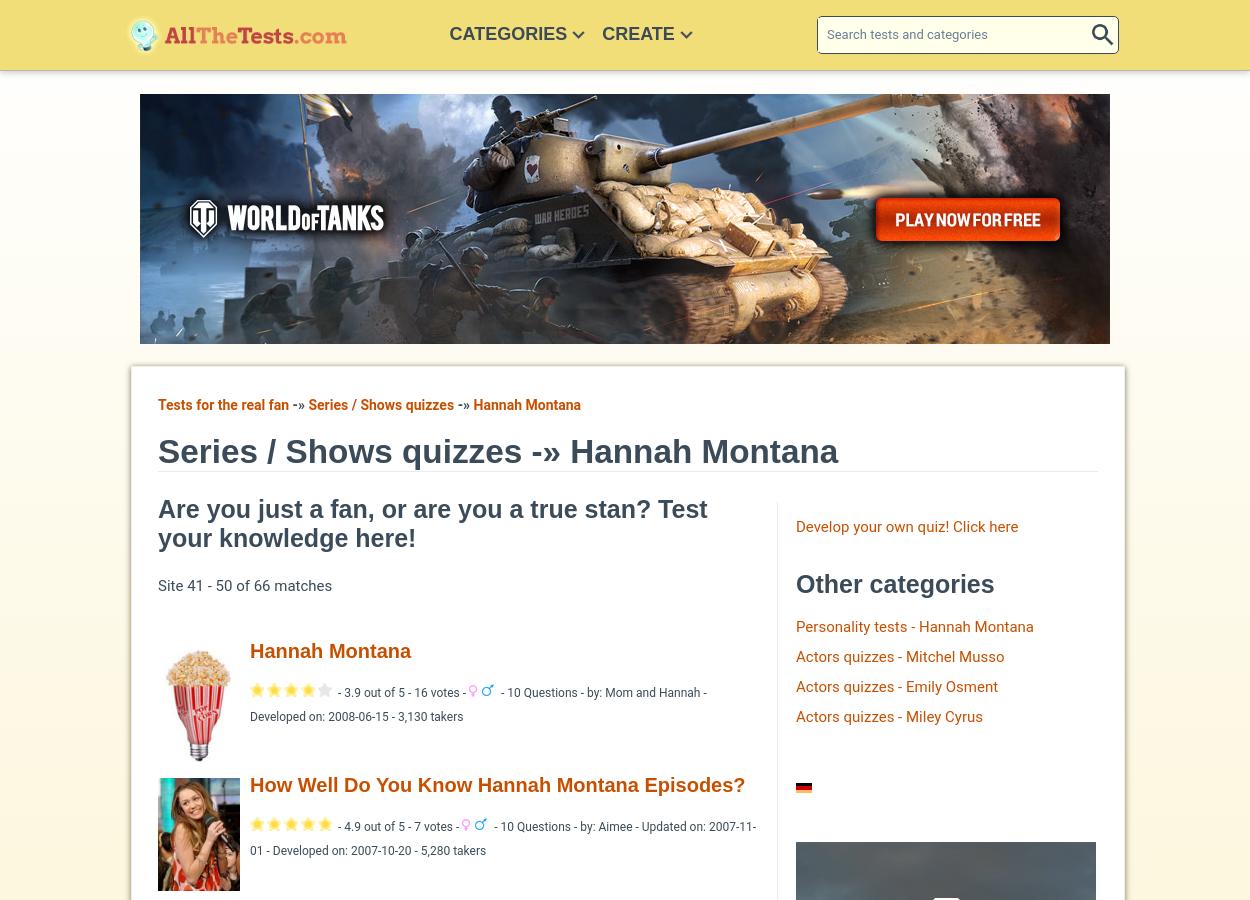 The image size is (1250, 900). Describe the element at coordinates (900, 656) in the screenshot. I see `'Actors quizzes - Mitchel Musso'` at that location.